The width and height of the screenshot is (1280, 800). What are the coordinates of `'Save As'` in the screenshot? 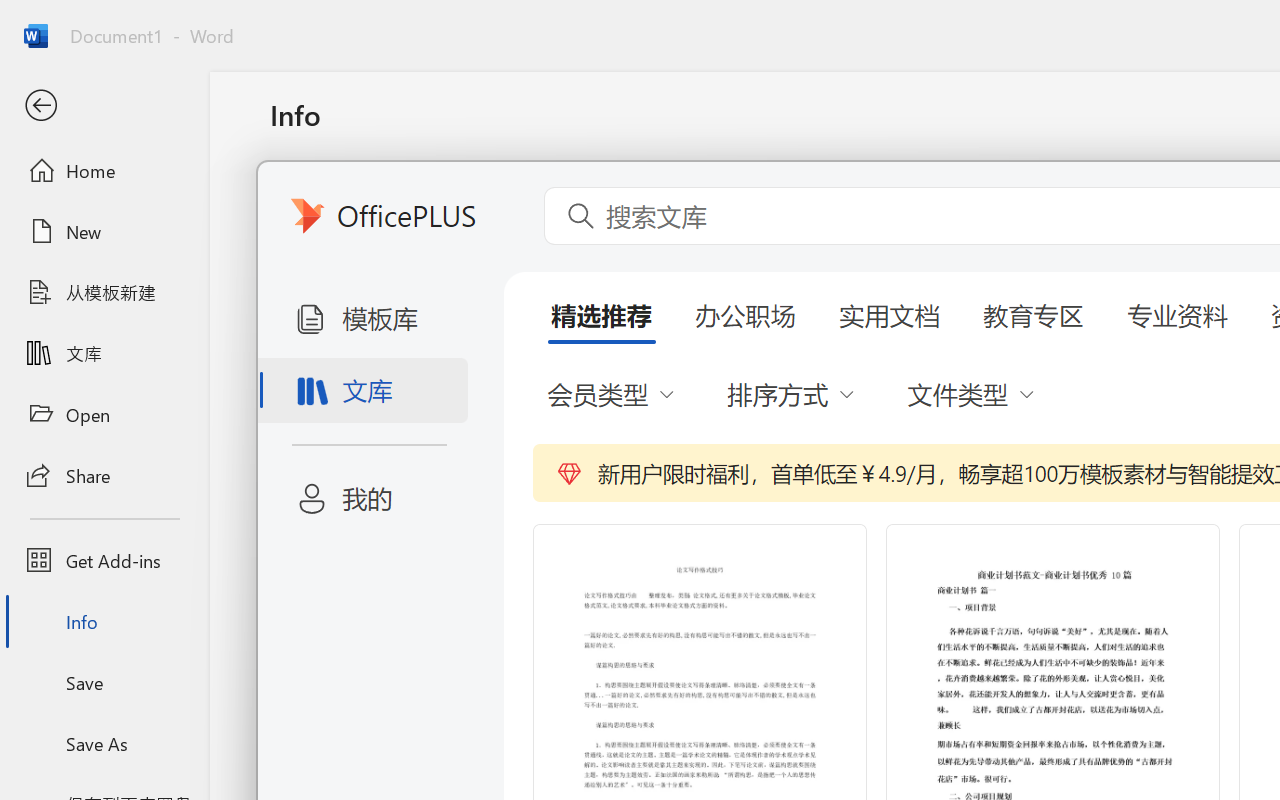 It's located at (103, 743).